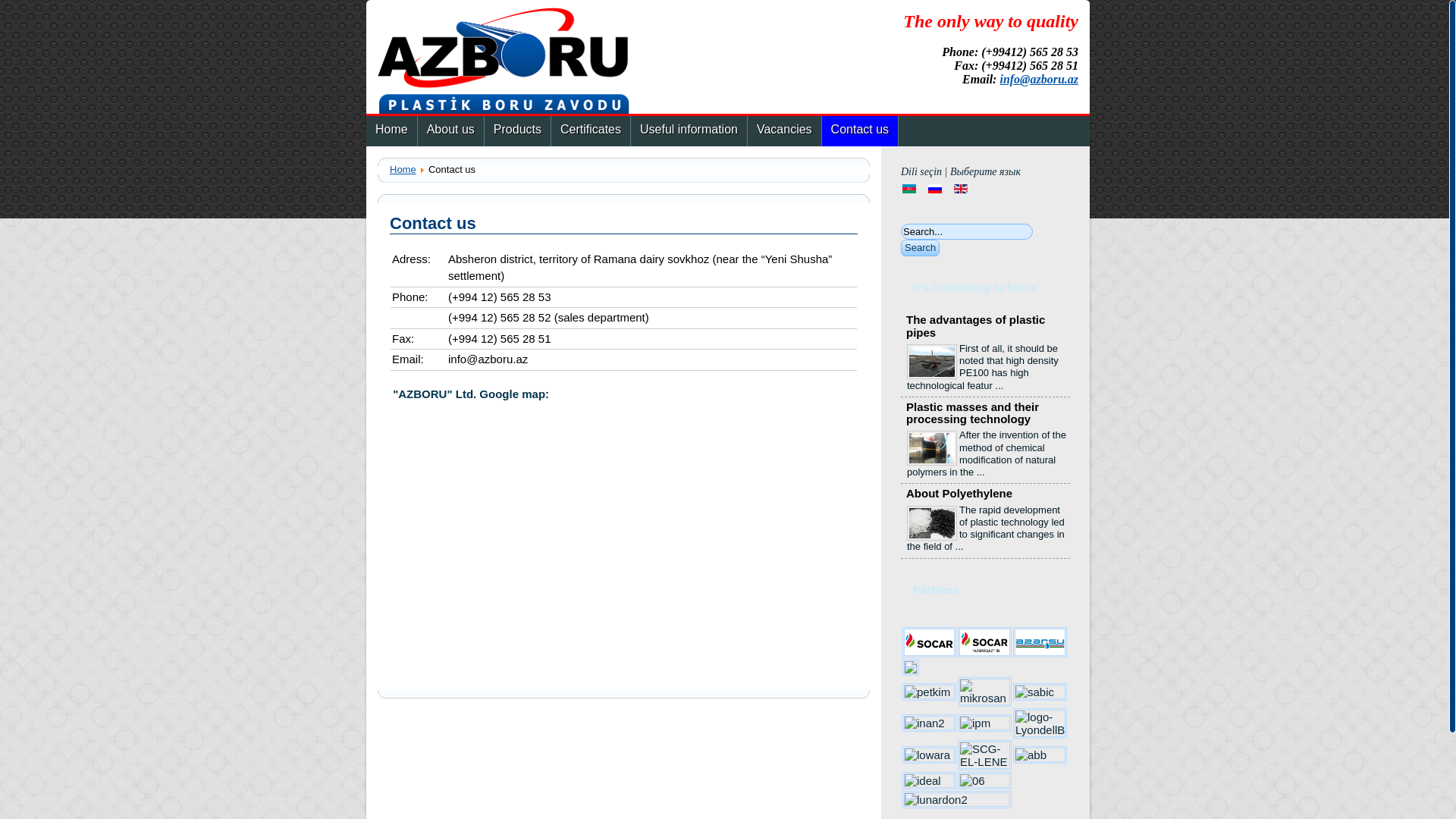  Describe the element at coordinates (906, 325) in the screenshot. I see `'The advantages of plastic pipes'` at that location.